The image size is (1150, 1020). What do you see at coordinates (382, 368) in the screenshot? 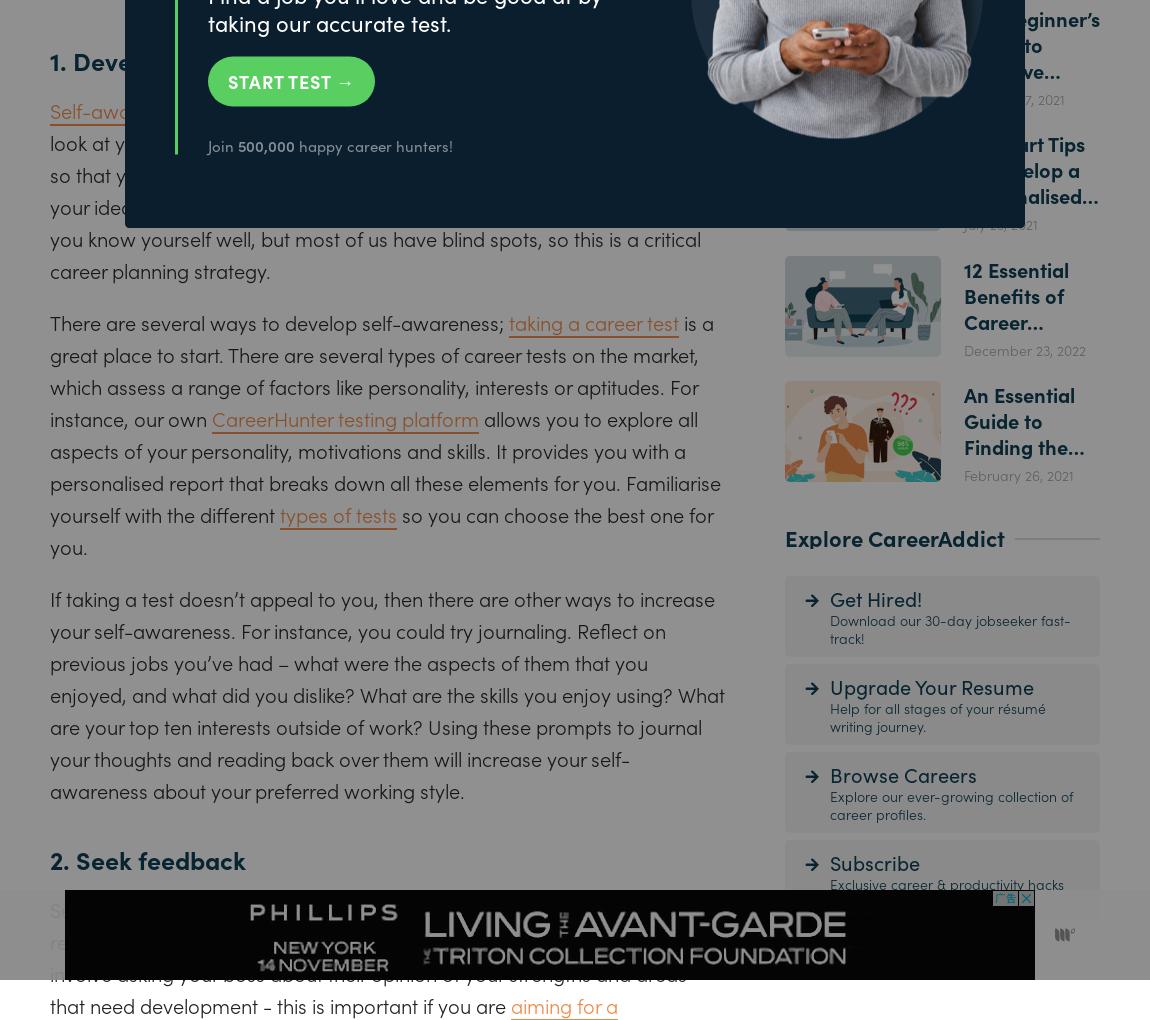
I see `'is a great place to start. There are several types of career tests on the market, which assess a range of factors like personality, interests or aptitudes. For instance, our own'` at bounding box center [382, 368].